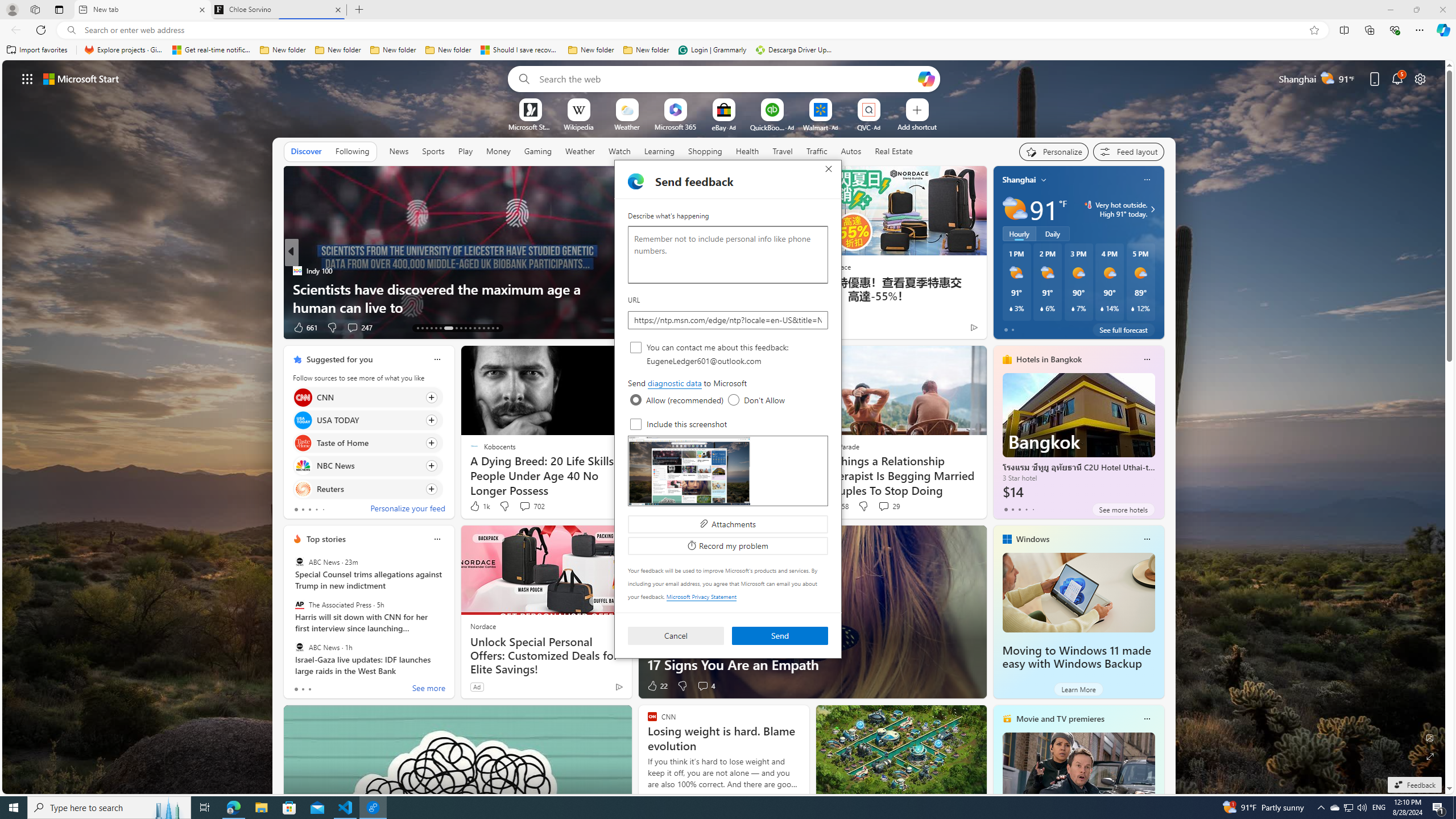  Describe the element at coordinates (474, 328) in the screenshot. I see `'AutomationID: tab-24'` at that location.